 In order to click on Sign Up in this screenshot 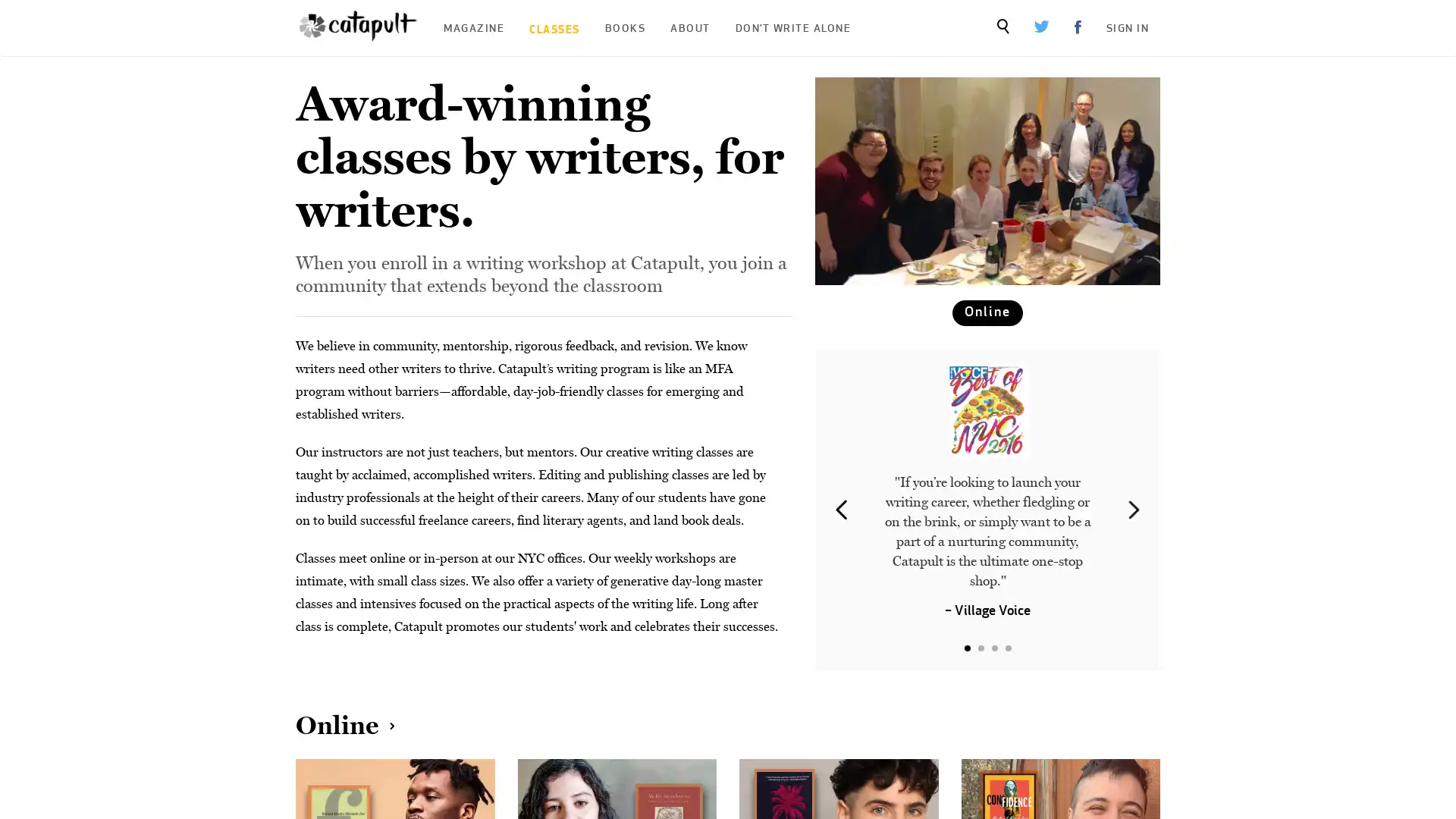, I will do `click(1350, 792)`.